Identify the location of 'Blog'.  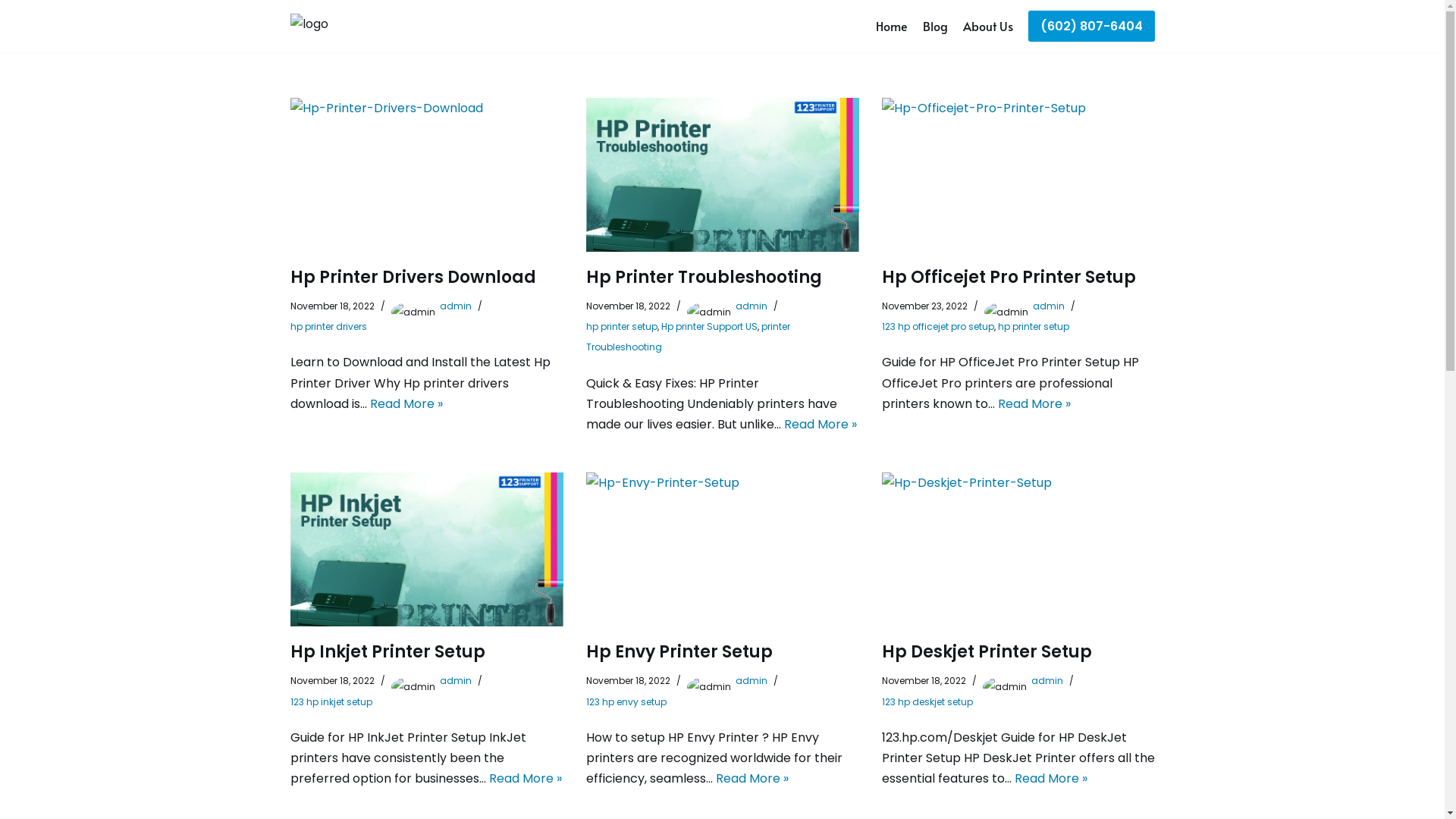
(934, 26).